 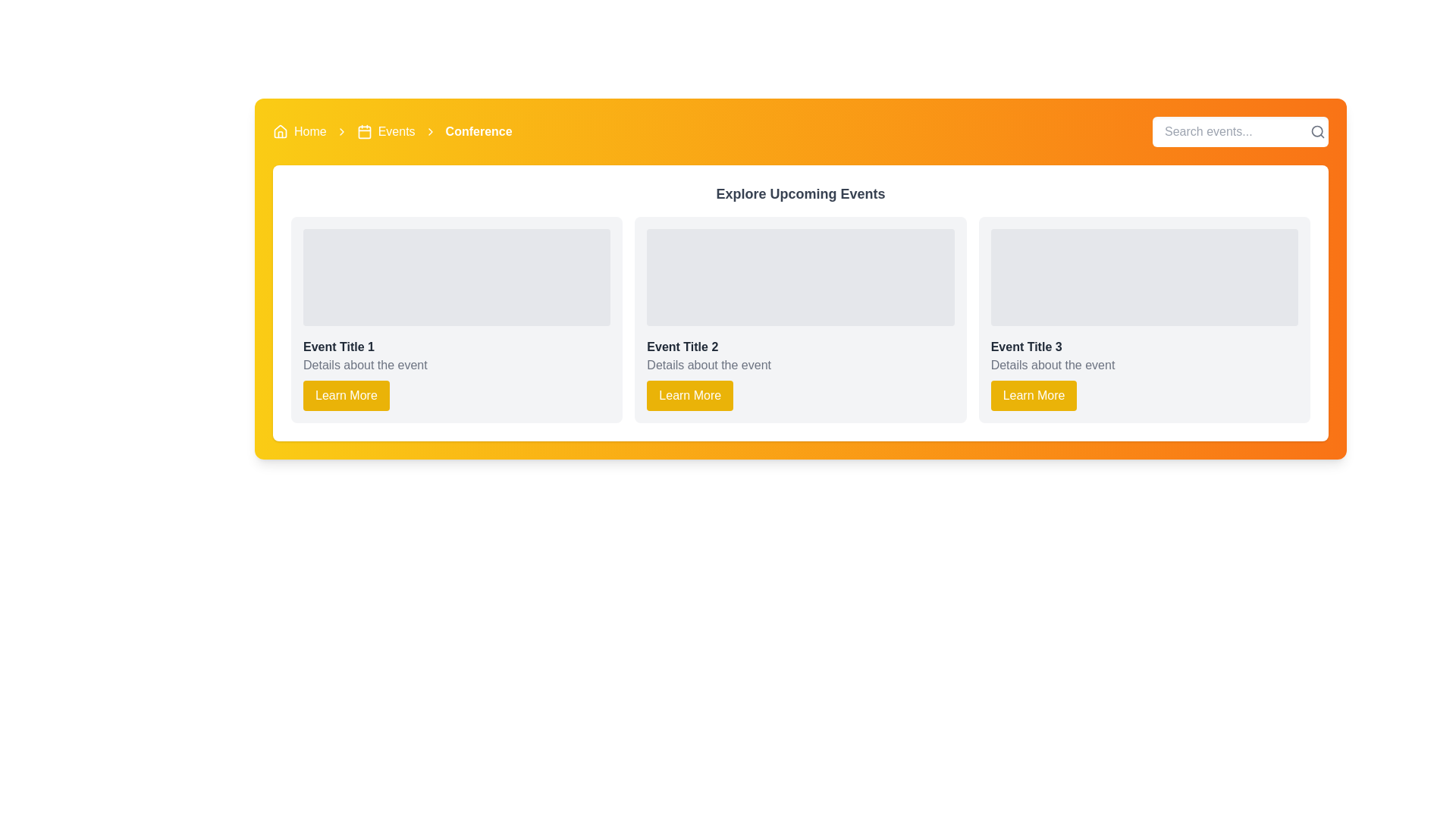 I want to click on the navigational link labeled 'Events' which features a calendar icon and is styled with white text on a yellow background, located between 'Home' and 'Conference' in the breadcrumb navigation bar, so click(x=386, y=130).